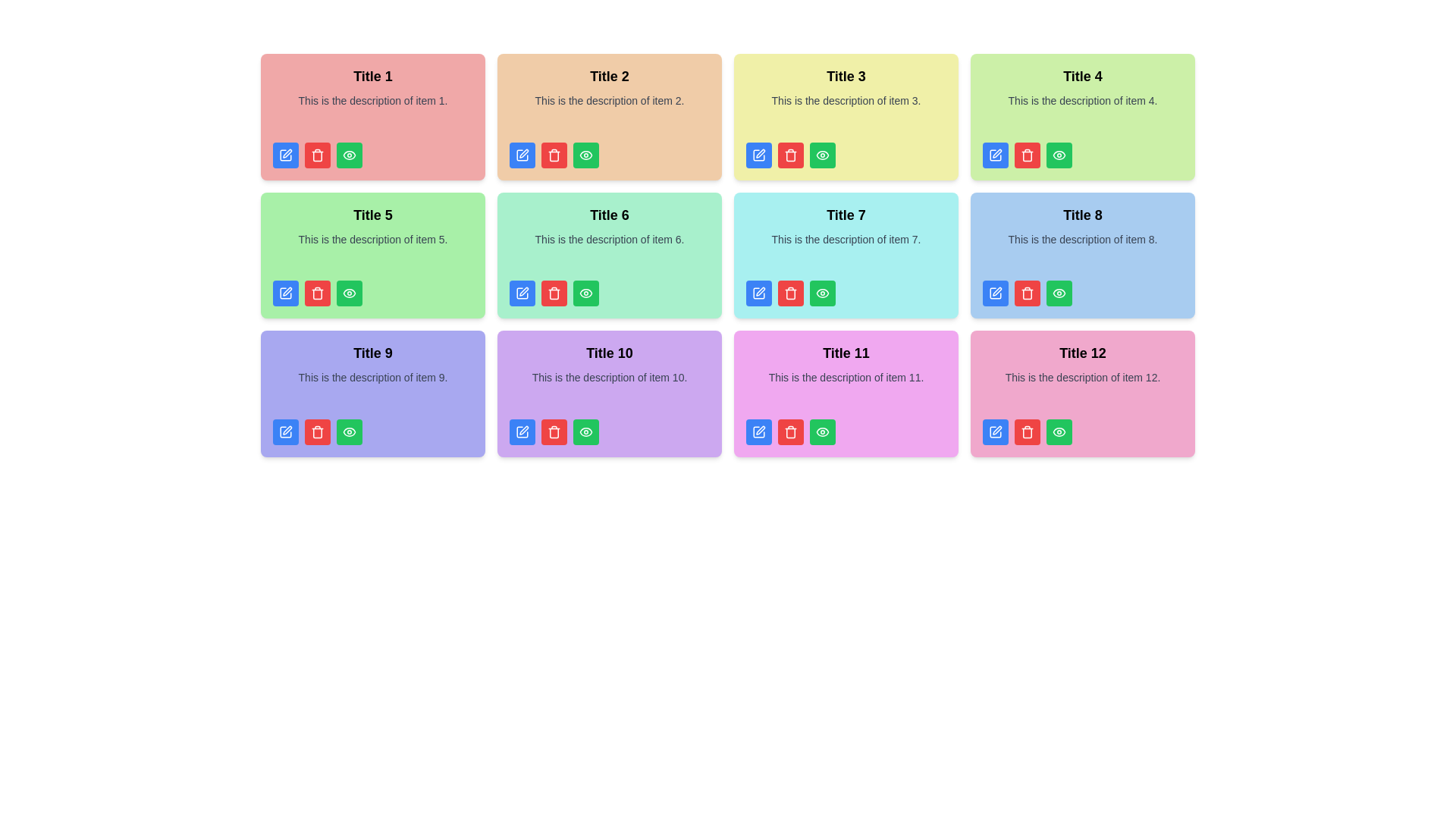  Describe the element at coordinates (996, 293) in the screenshot. I see `the blue circular button with a white pen icon, located at the bottom of the 'Title 8' card` at that location.